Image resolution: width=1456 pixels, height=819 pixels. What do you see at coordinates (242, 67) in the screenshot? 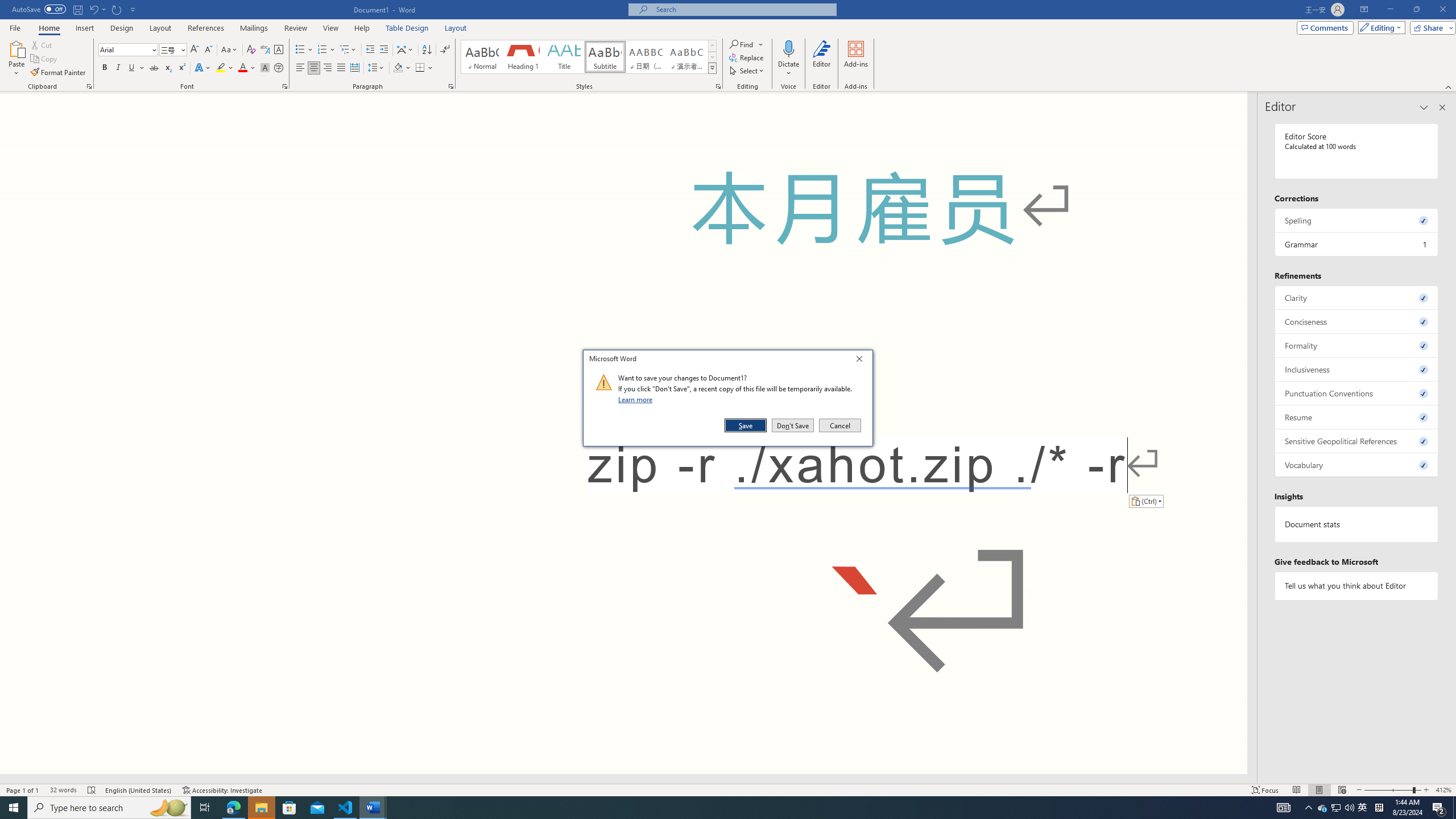
I see `'Font Color Red'` at bounding box center [242, 67].